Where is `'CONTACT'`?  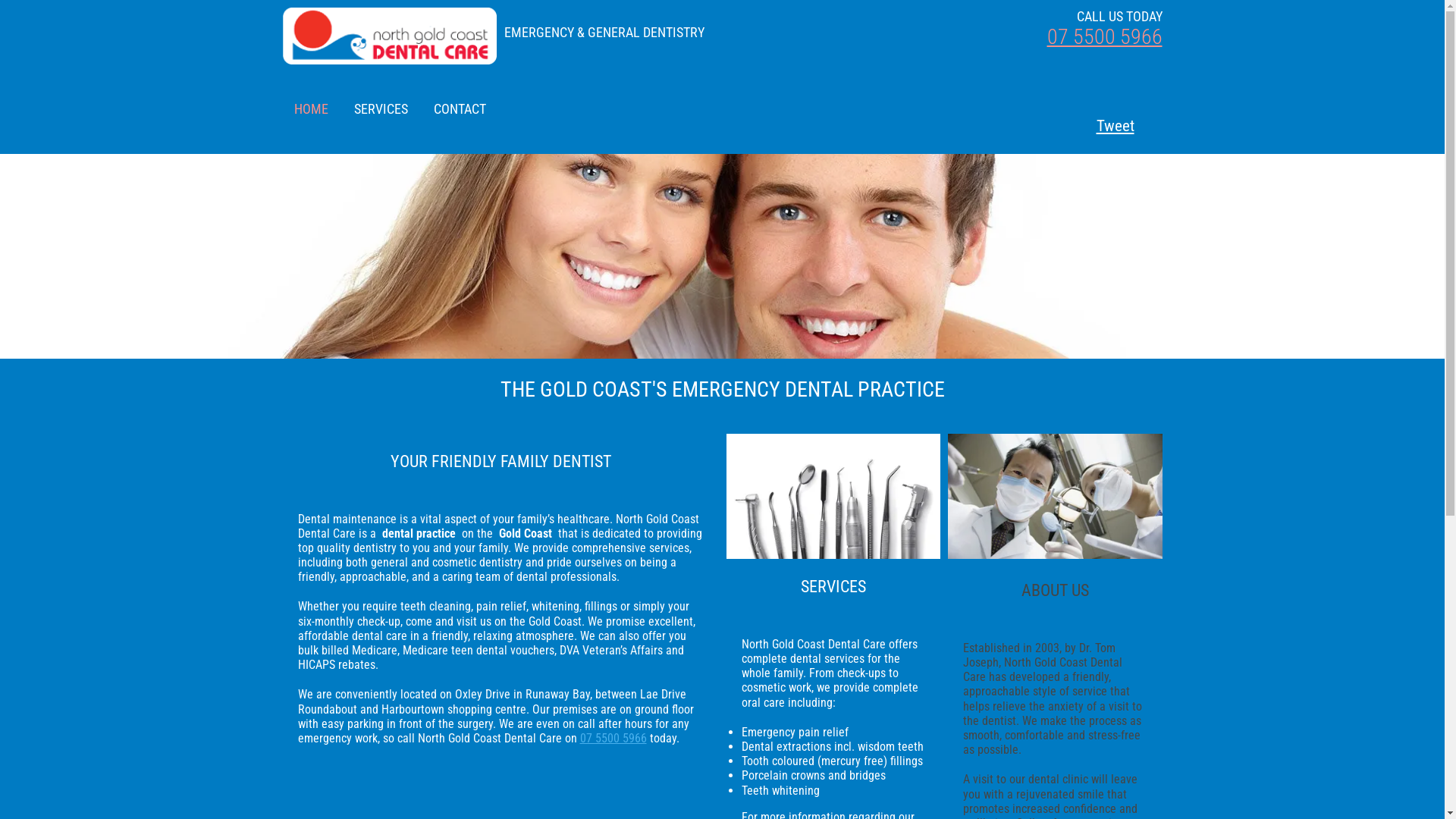 'CONTACT' is located at coordinates (459, 108).